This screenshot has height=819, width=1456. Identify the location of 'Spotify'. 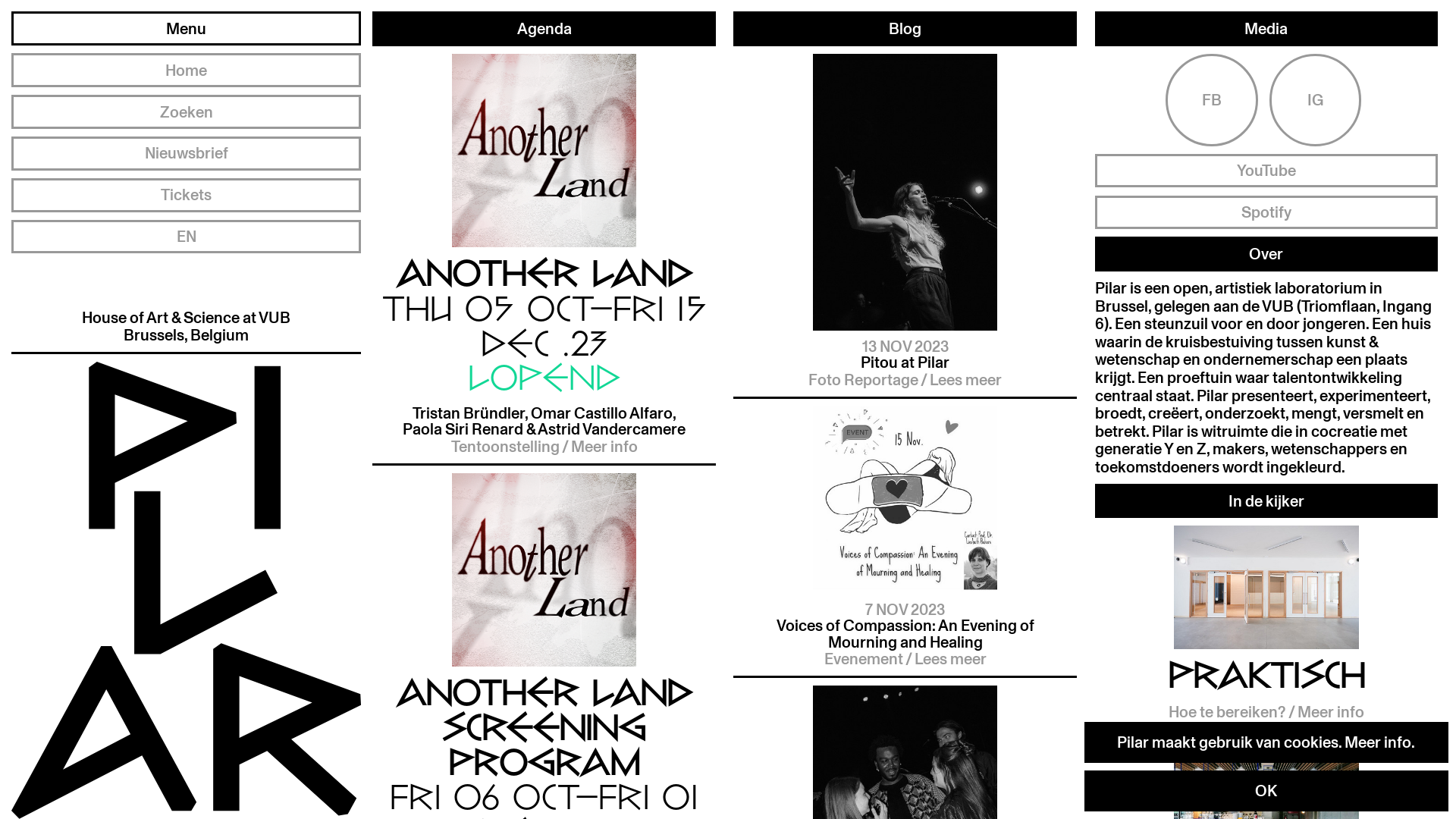
(1266, 212).